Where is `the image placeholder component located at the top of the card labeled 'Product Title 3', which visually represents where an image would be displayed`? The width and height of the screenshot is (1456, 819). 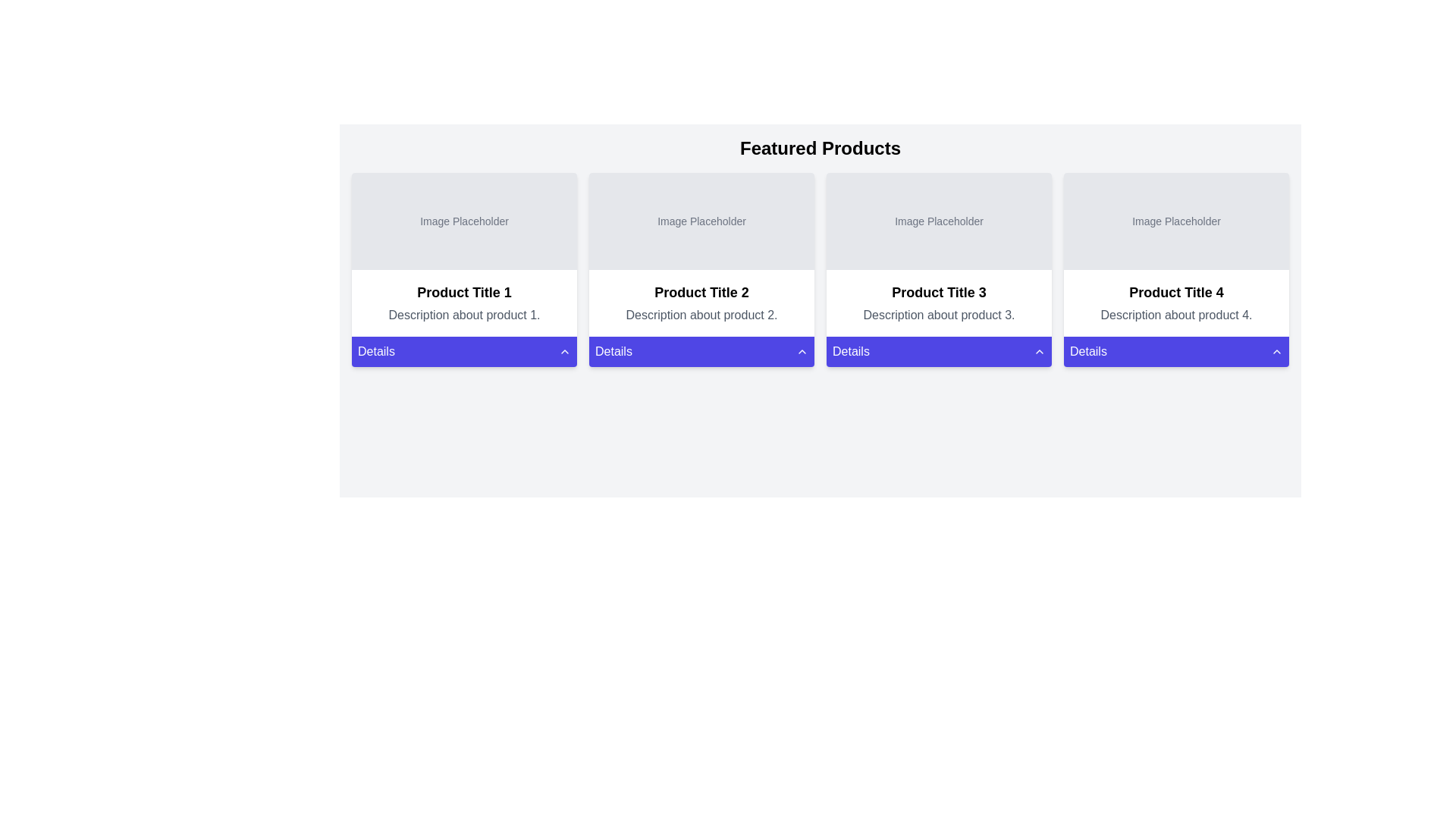 the image placeholder component located at the top of the card labeled 'Product Title 3', which visually represents where an image would be displayed is located at coordinates (938, 221).